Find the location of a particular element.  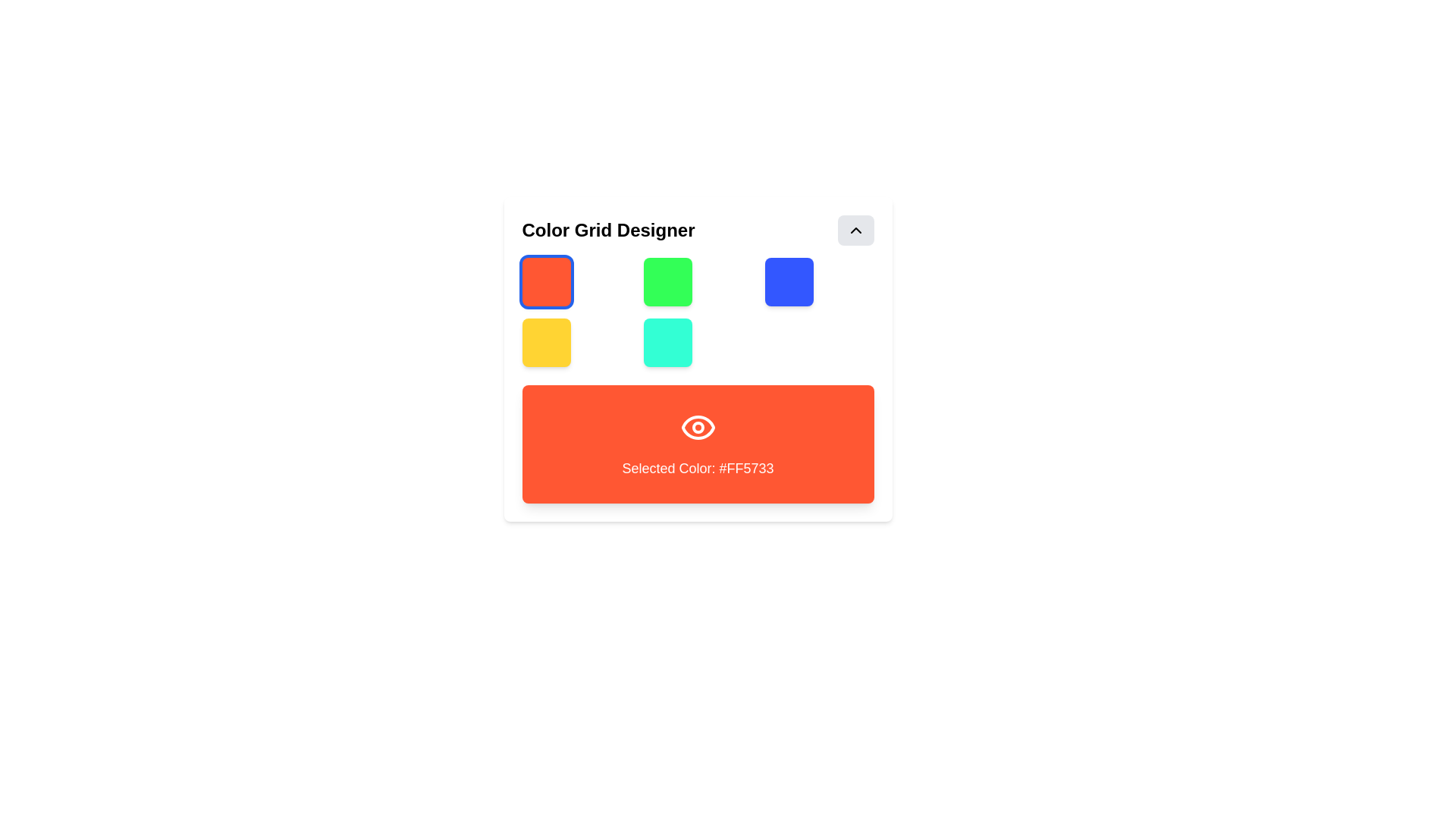

the icon located in the top right corner of the 'Color Grid Designer' card to observe the hover effect is located at coordinates (855, 231).